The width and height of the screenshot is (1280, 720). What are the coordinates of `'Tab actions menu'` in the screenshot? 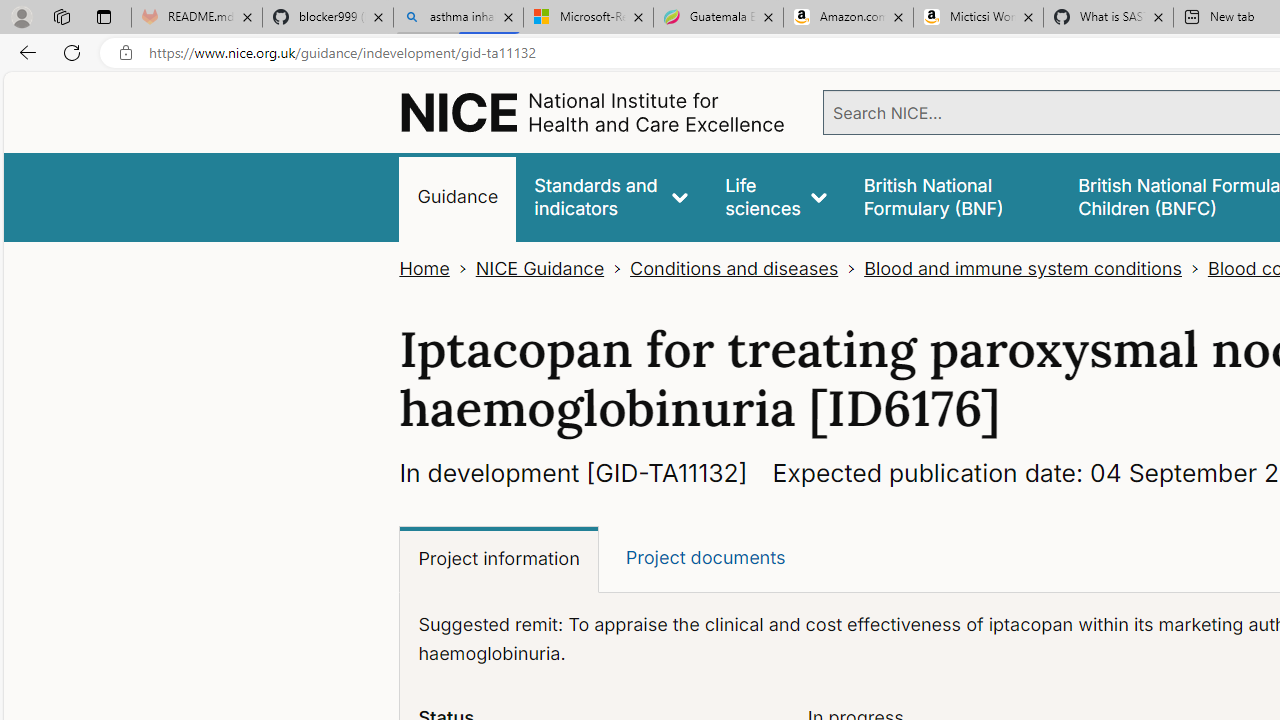 It's located at (103, 16).